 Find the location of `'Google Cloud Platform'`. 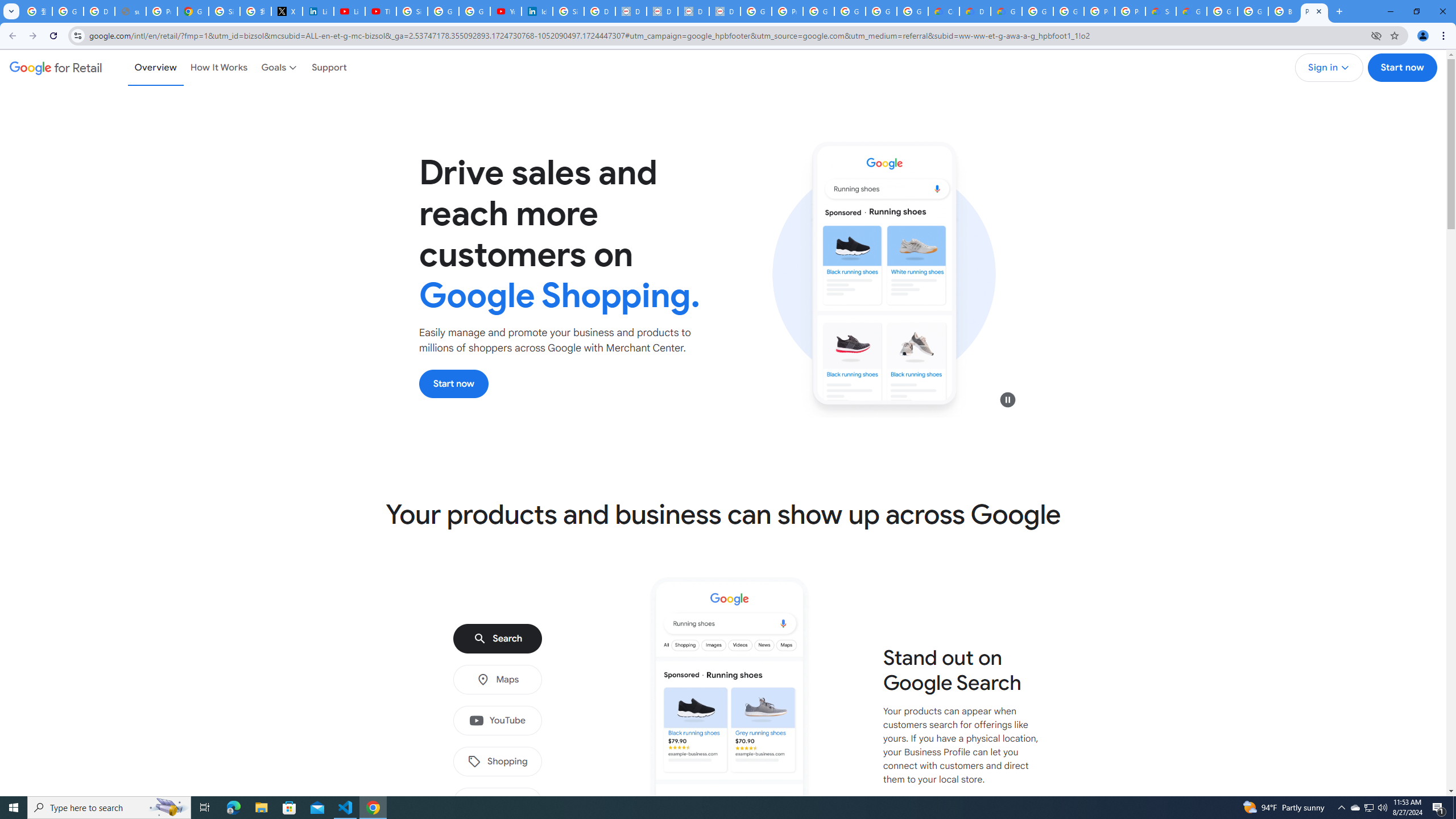

'Google Cloud Platform' is located at coordinates (1069, 11).